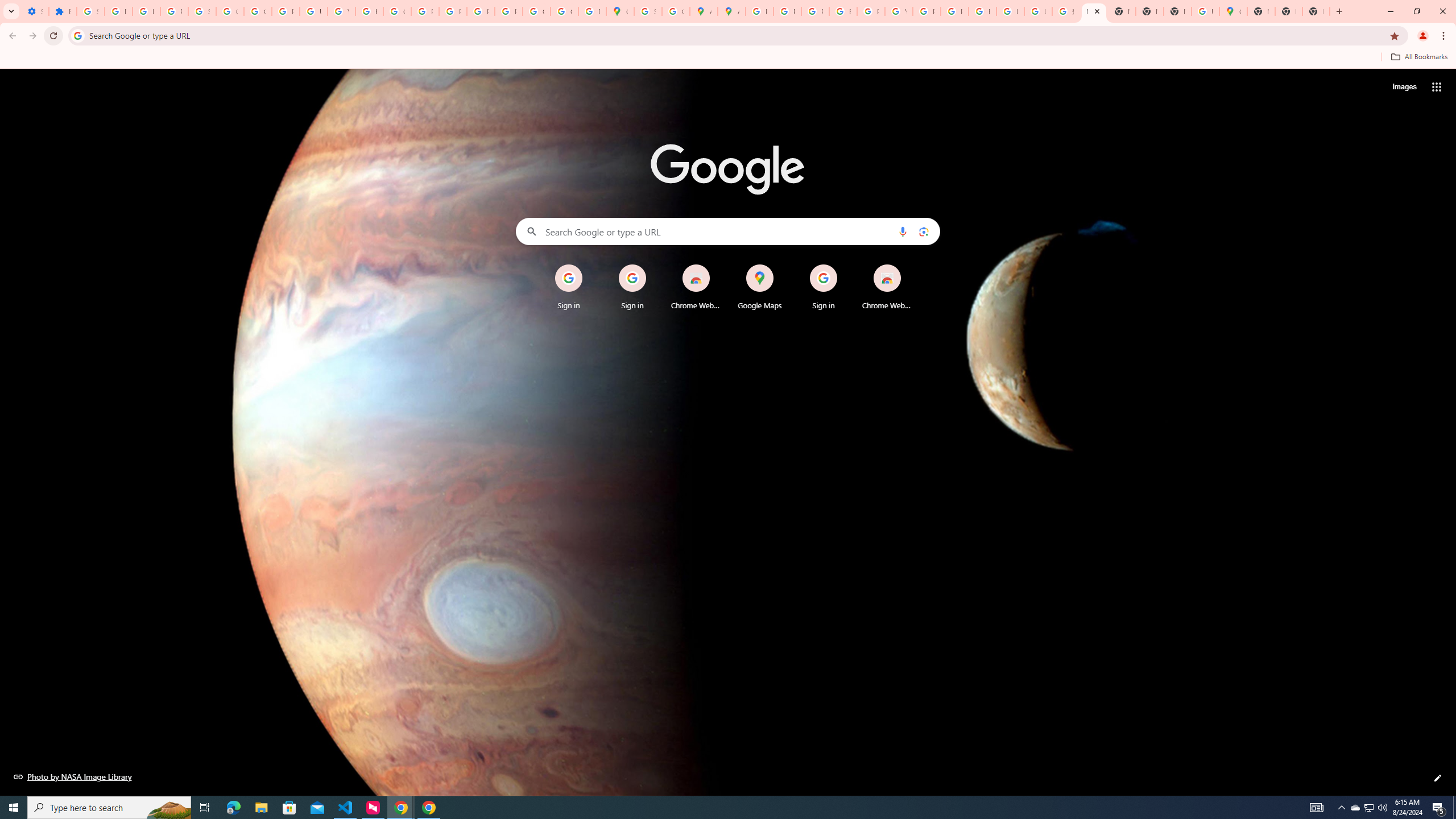  I want to click on 'Google Account Help', so click(229, 11).